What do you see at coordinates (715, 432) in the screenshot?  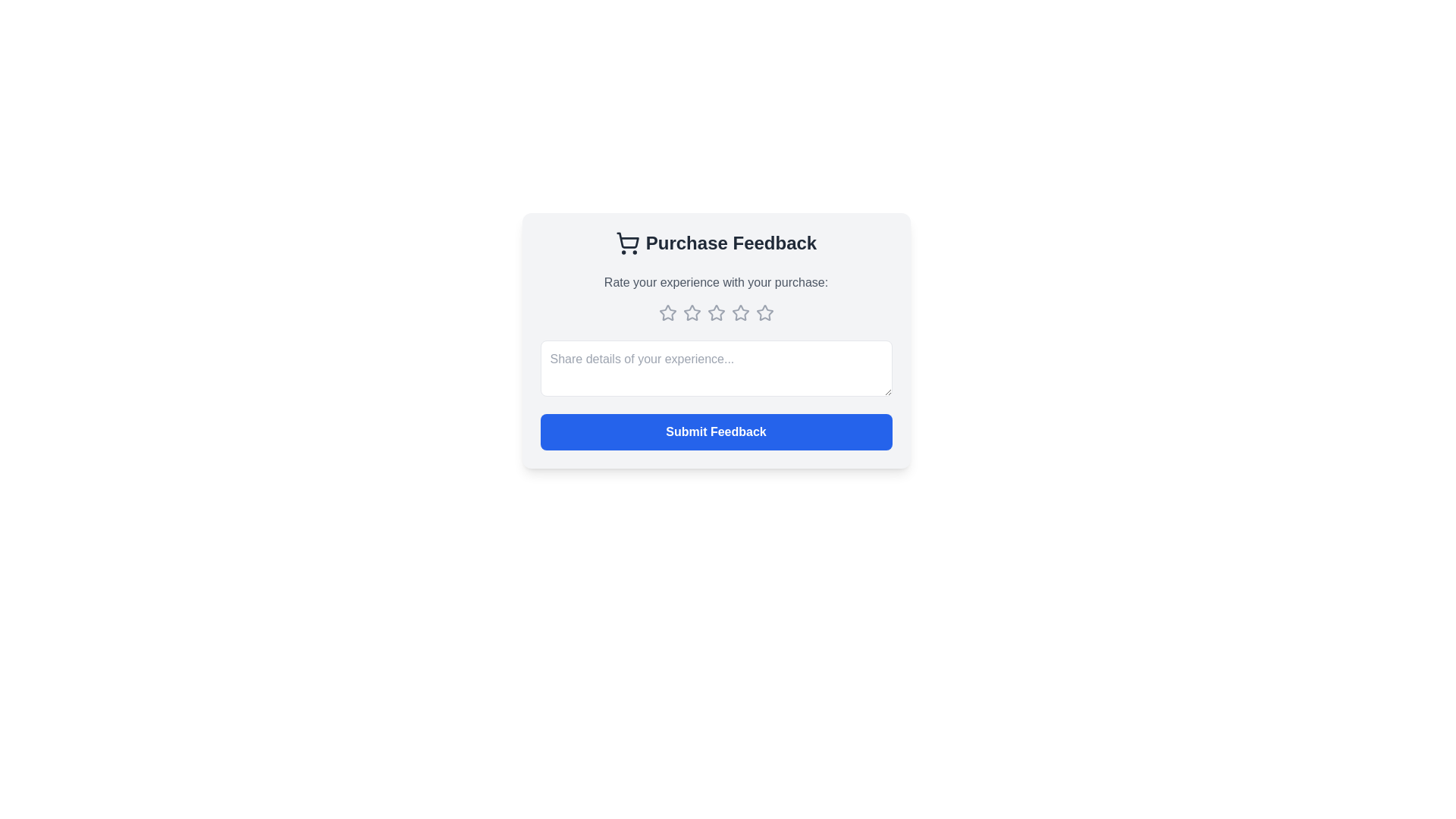 I see `the 'Submit Feedback' button, which is a rectangular button with a blue background and white bold text, located at the bottom of the feedback card interface` at bounding box center [715, 432].